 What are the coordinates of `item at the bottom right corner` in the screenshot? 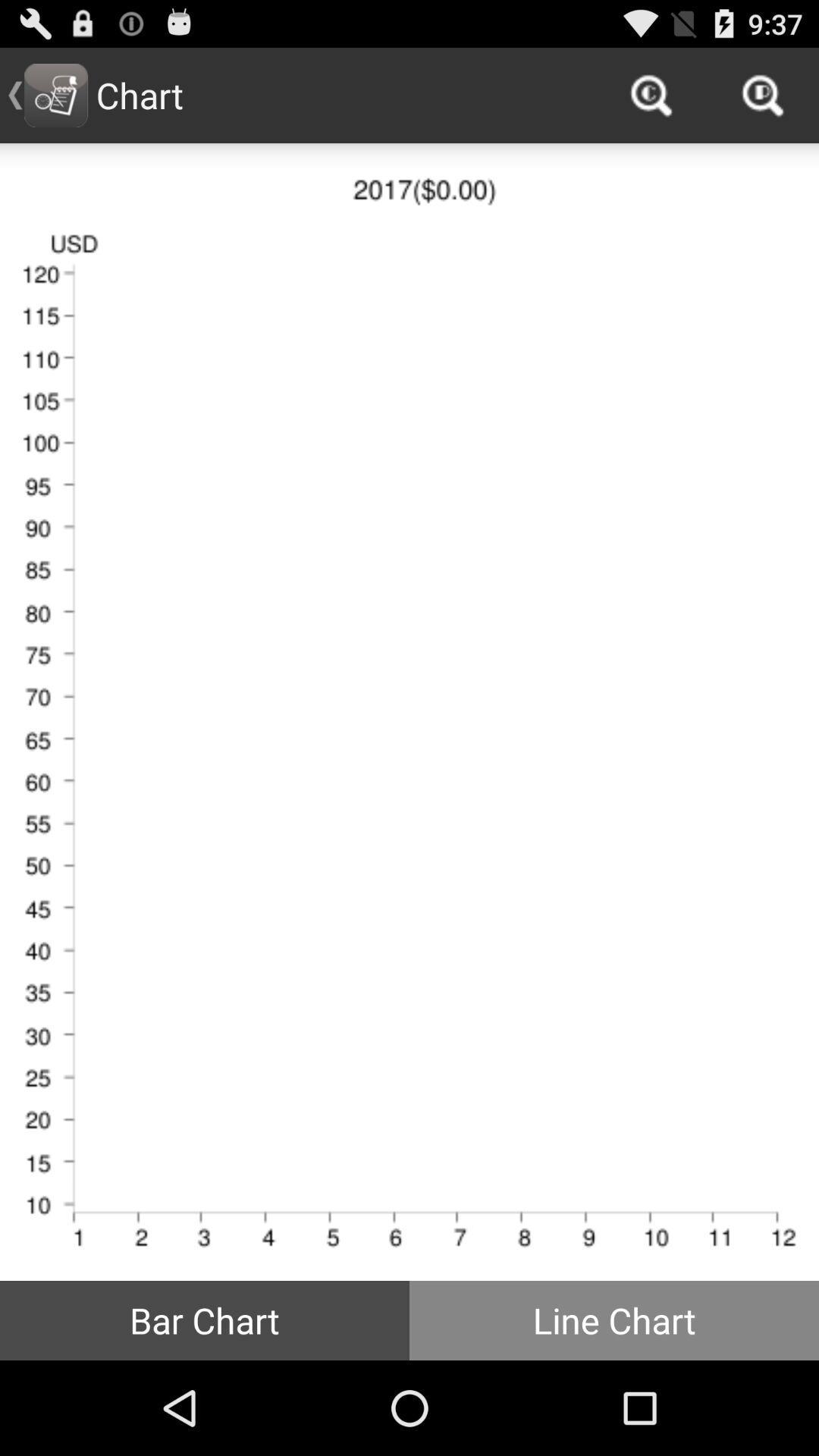 It's located at (614, 1319).